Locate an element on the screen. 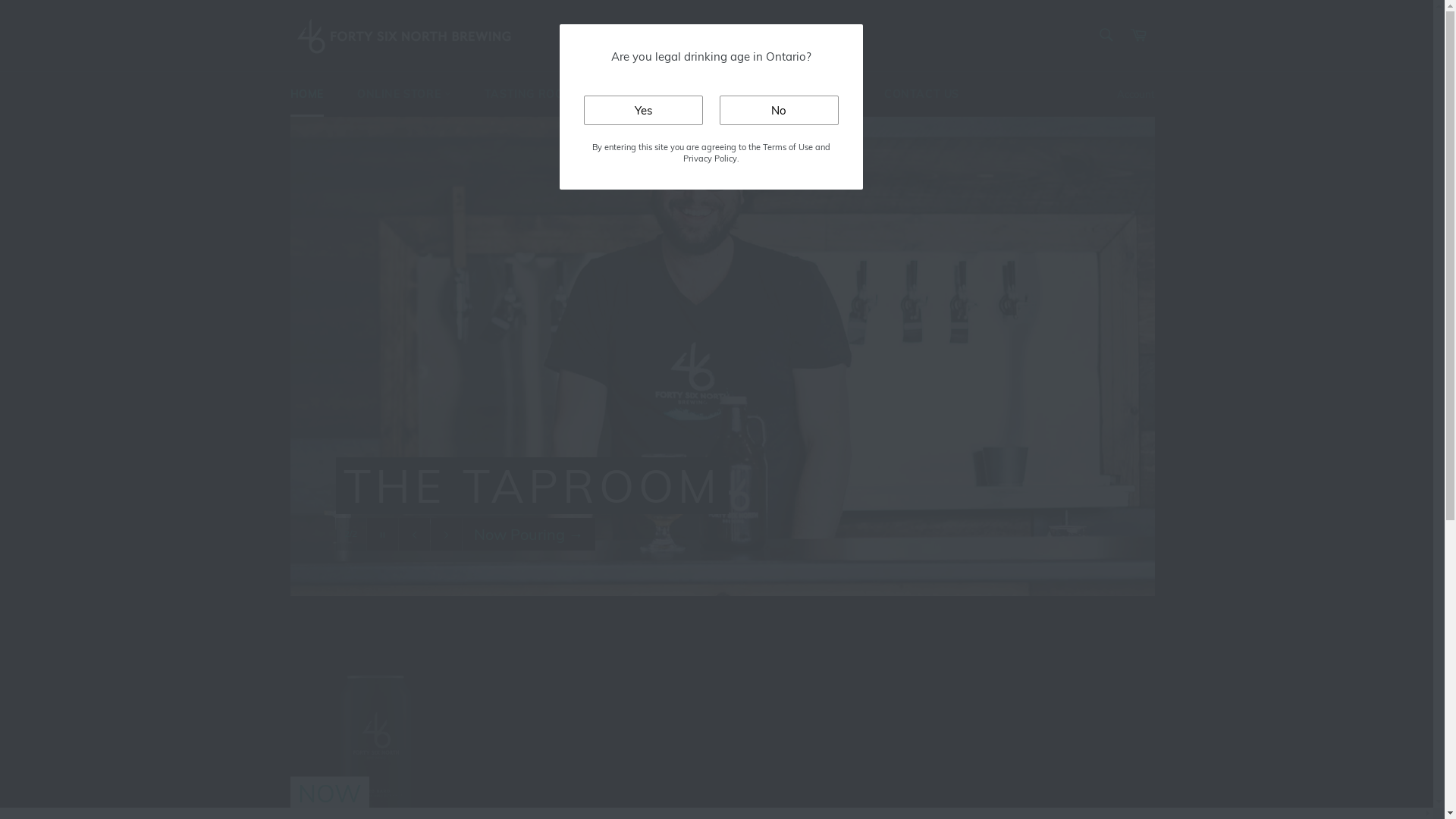 The height and width of the screenshot is (819, 1456). 'Yes' is located at coordinates (643, 109).